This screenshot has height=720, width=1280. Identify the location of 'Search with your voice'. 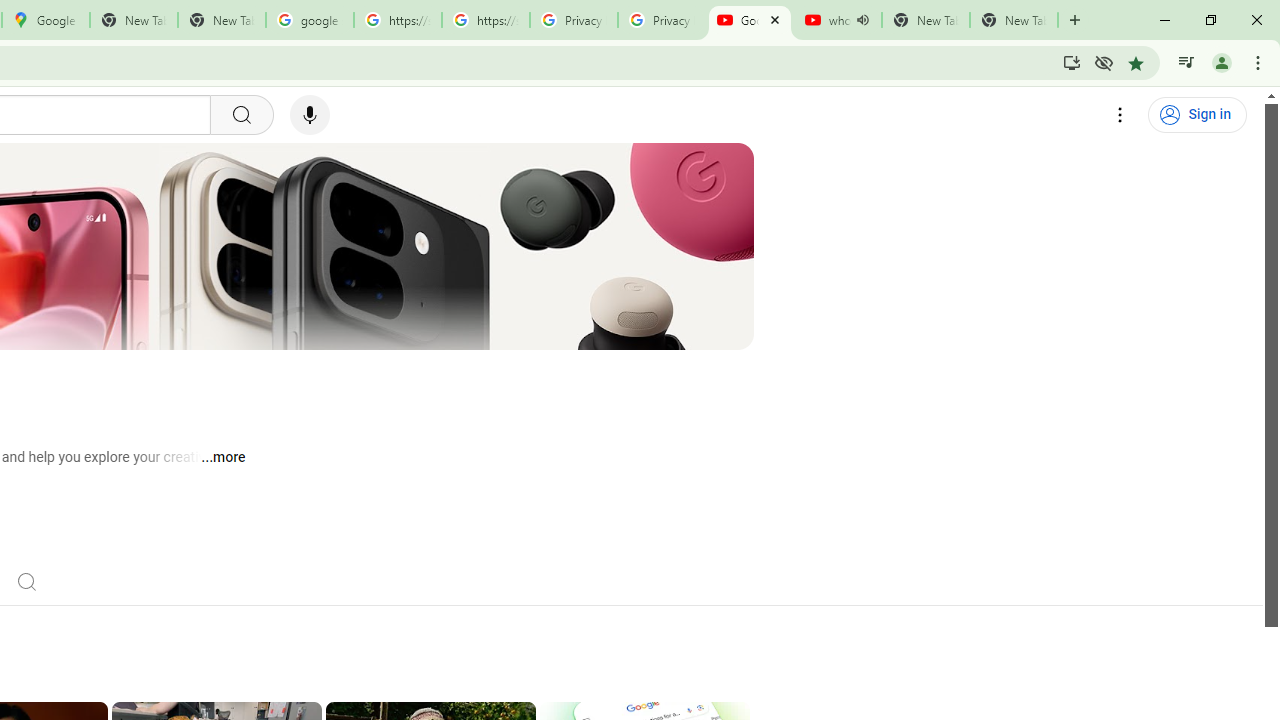
(308, 115).